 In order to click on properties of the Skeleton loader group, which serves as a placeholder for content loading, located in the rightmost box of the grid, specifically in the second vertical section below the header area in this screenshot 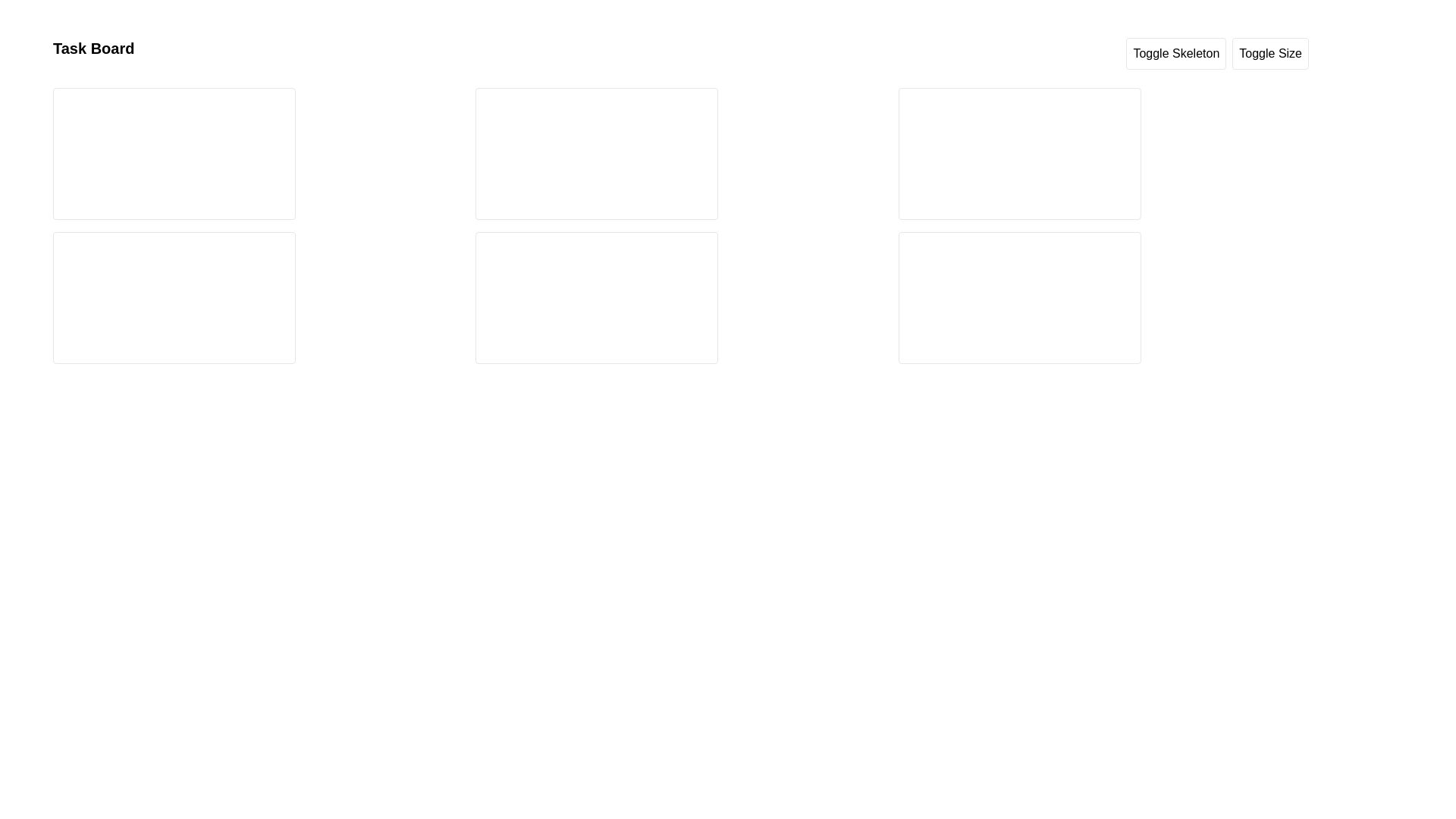, I will do `click(1019, 174)`.